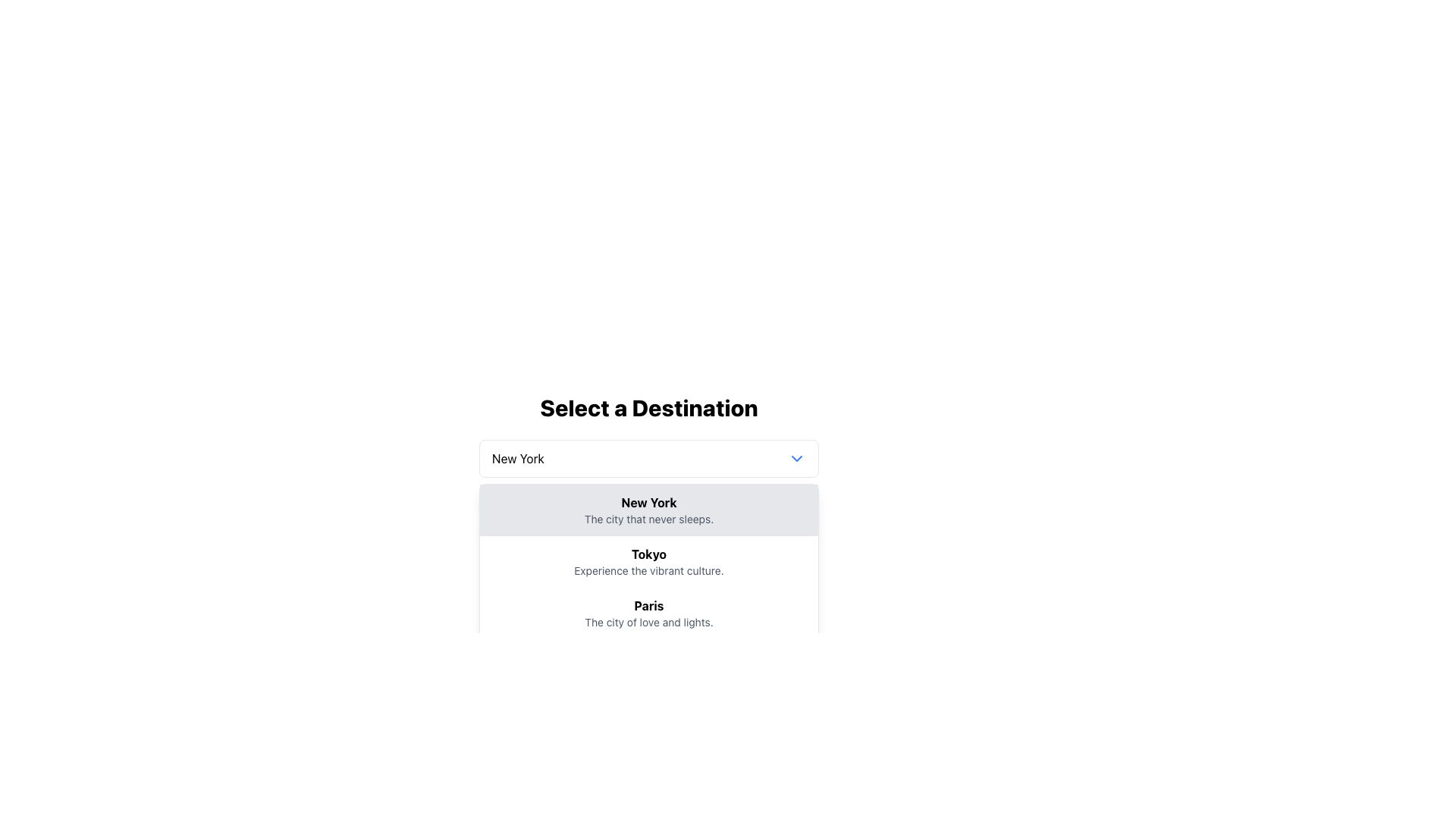 This screenshot has height=819, width=1456. I want to click on the highlighted dropdown list item labeled 'Tokyo', so click(648, 561).